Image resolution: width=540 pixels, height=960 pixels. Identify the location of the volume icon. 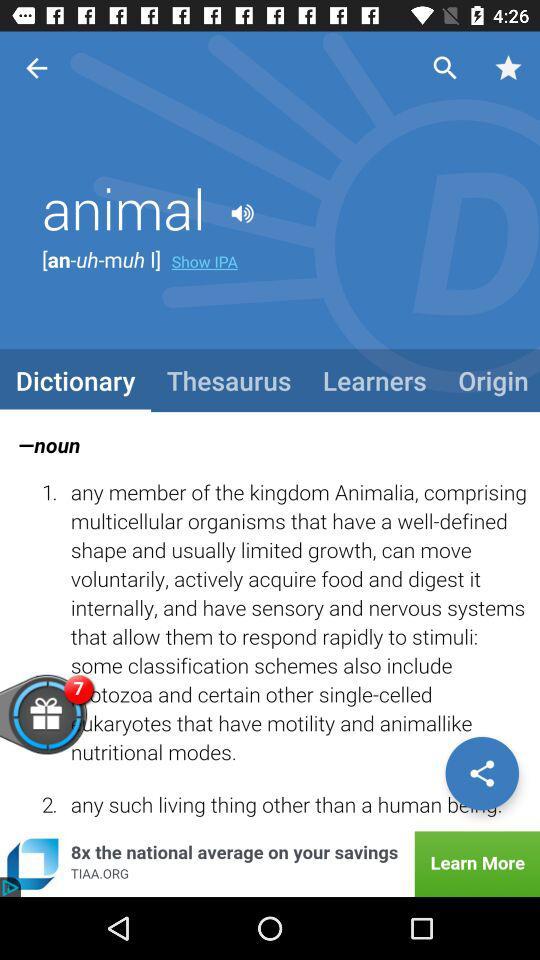
(242, 214).